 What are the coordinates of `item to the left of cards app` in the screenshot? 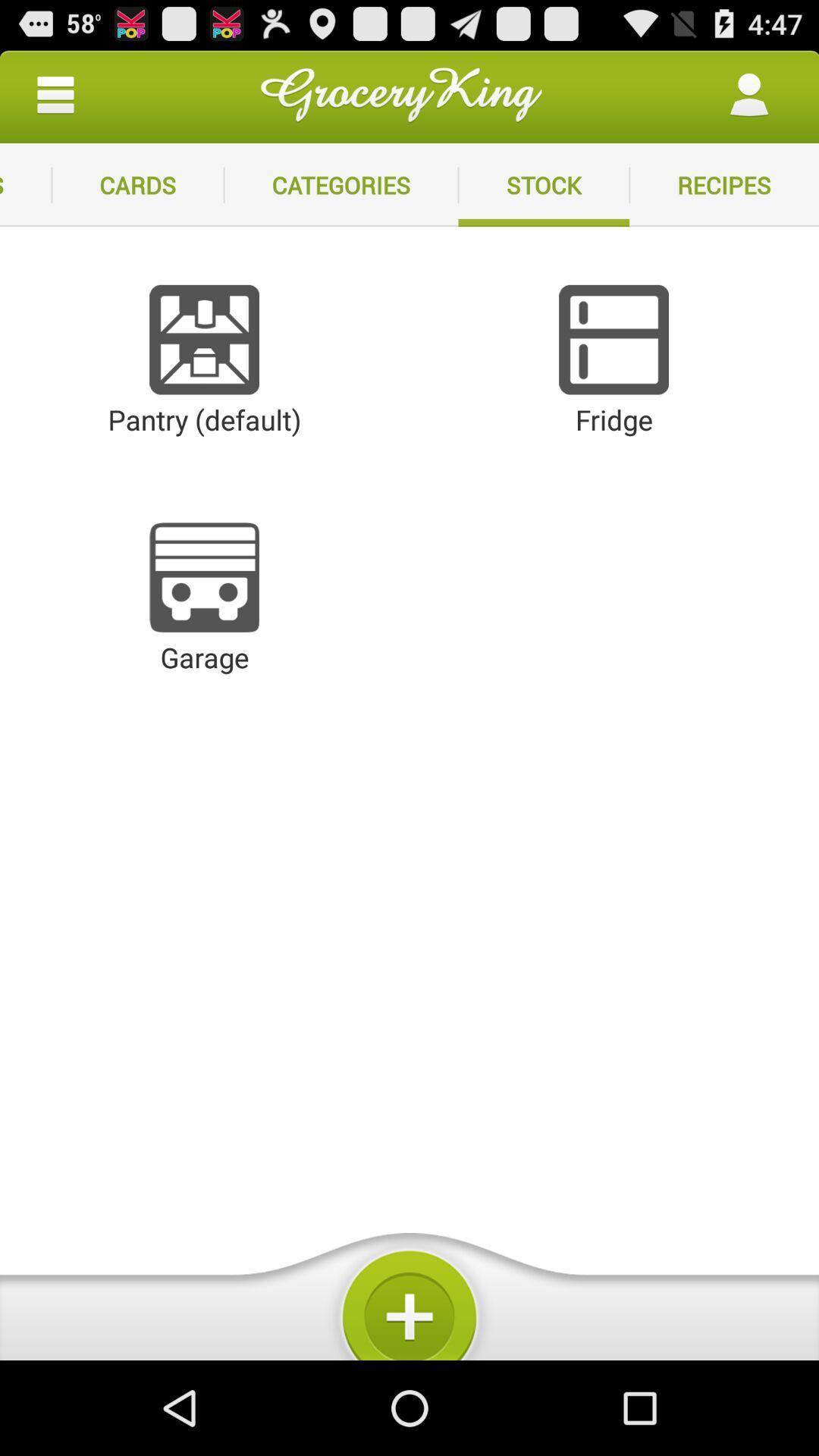 It's located at (26, 184).